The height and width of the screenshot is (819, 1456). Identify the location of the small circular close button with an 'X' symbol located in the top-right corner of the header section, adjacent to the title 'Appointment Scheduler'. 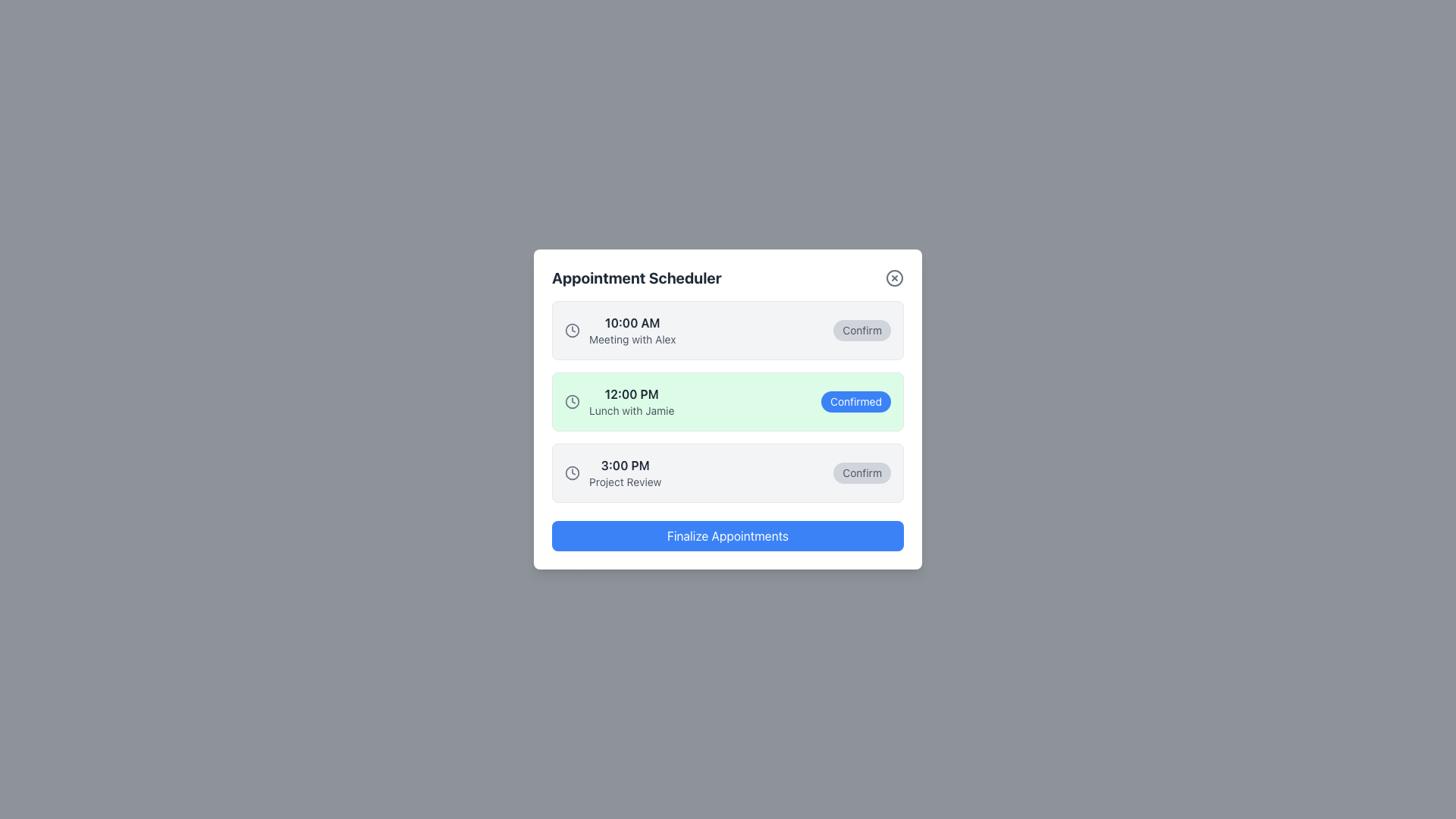
(895, 278).